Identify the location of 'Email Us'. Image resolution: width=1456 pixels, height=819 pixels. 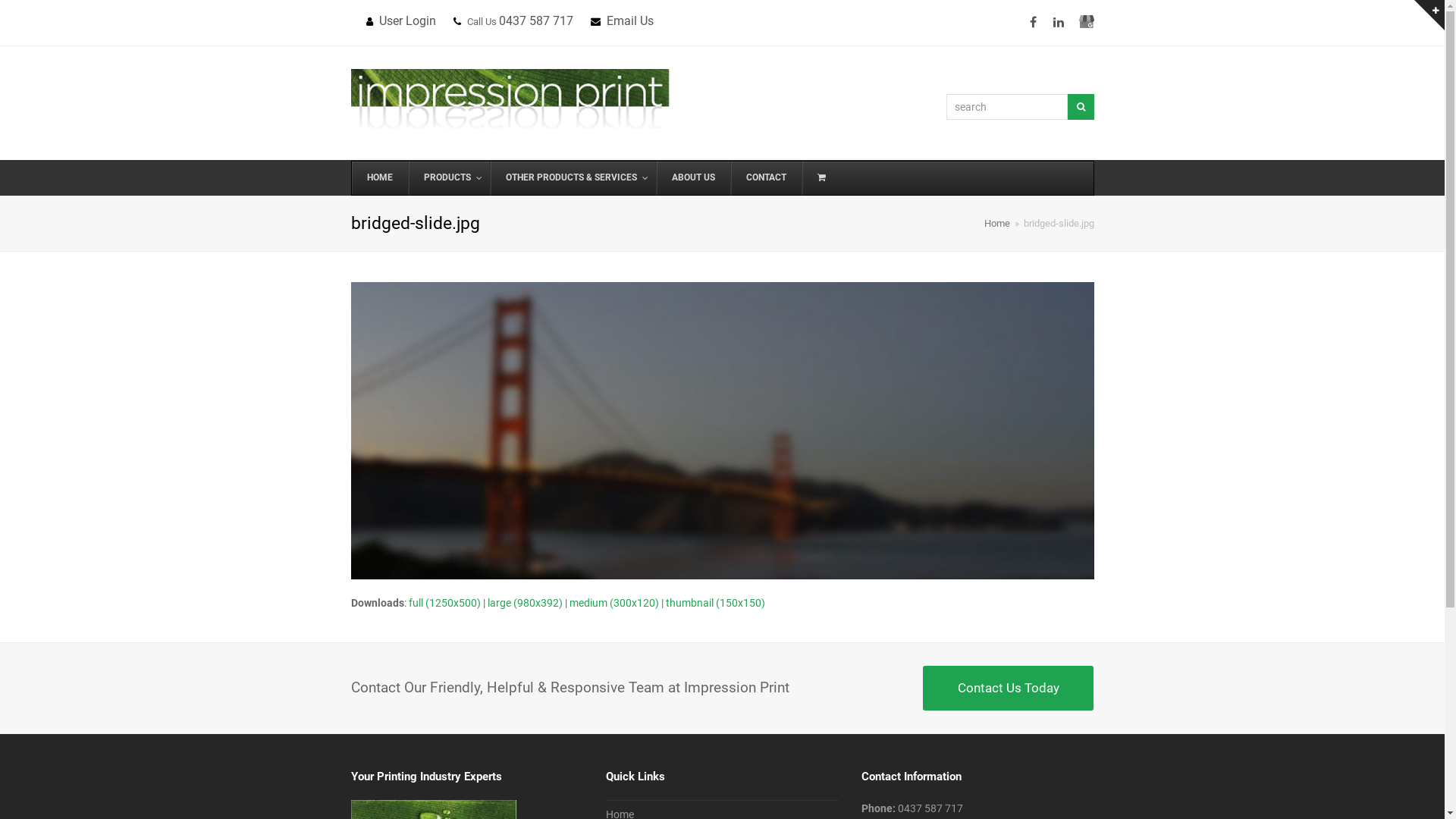
(629, 20).